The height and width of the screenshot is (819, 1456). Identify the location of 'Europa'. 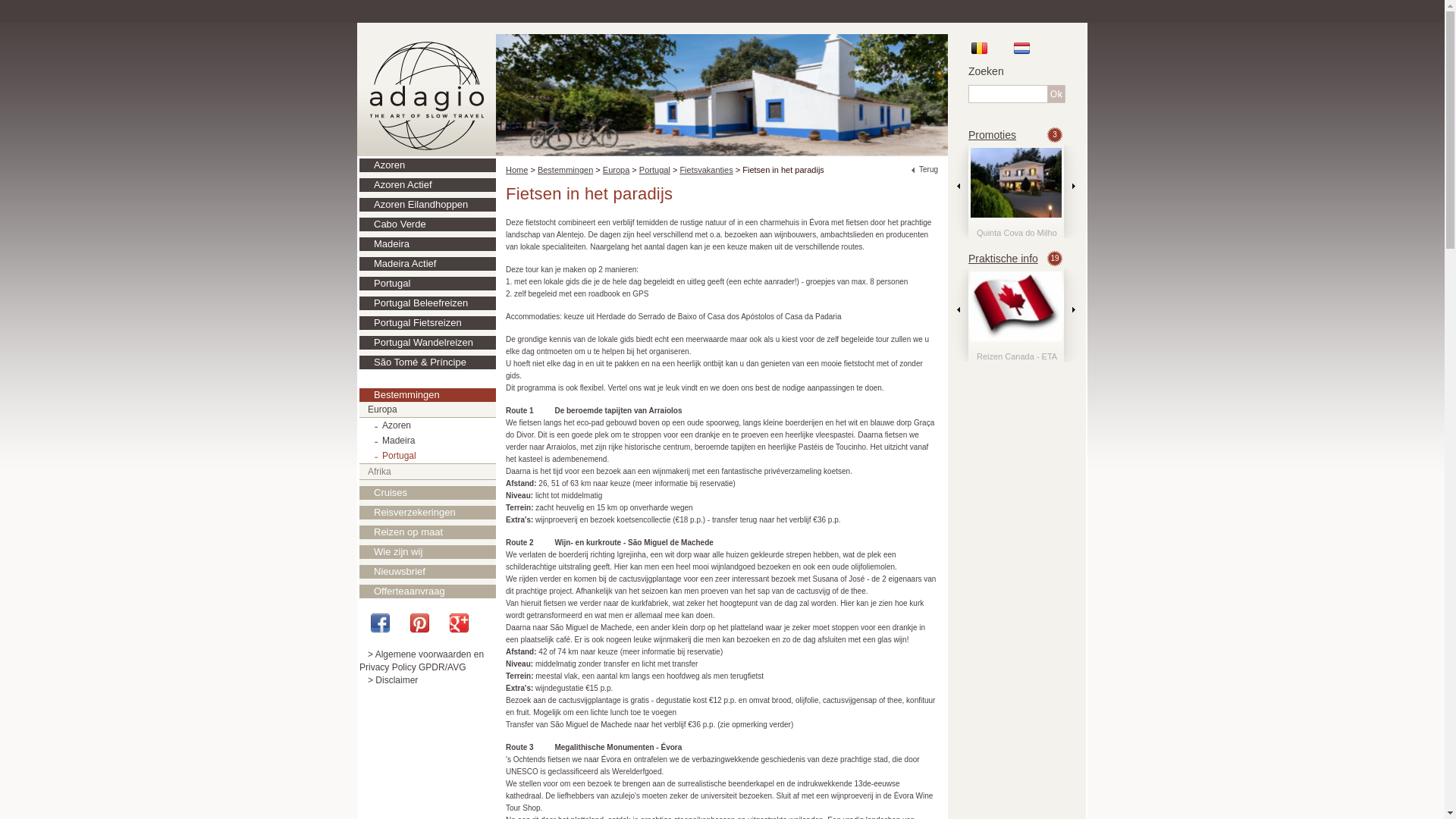
(427, 409).